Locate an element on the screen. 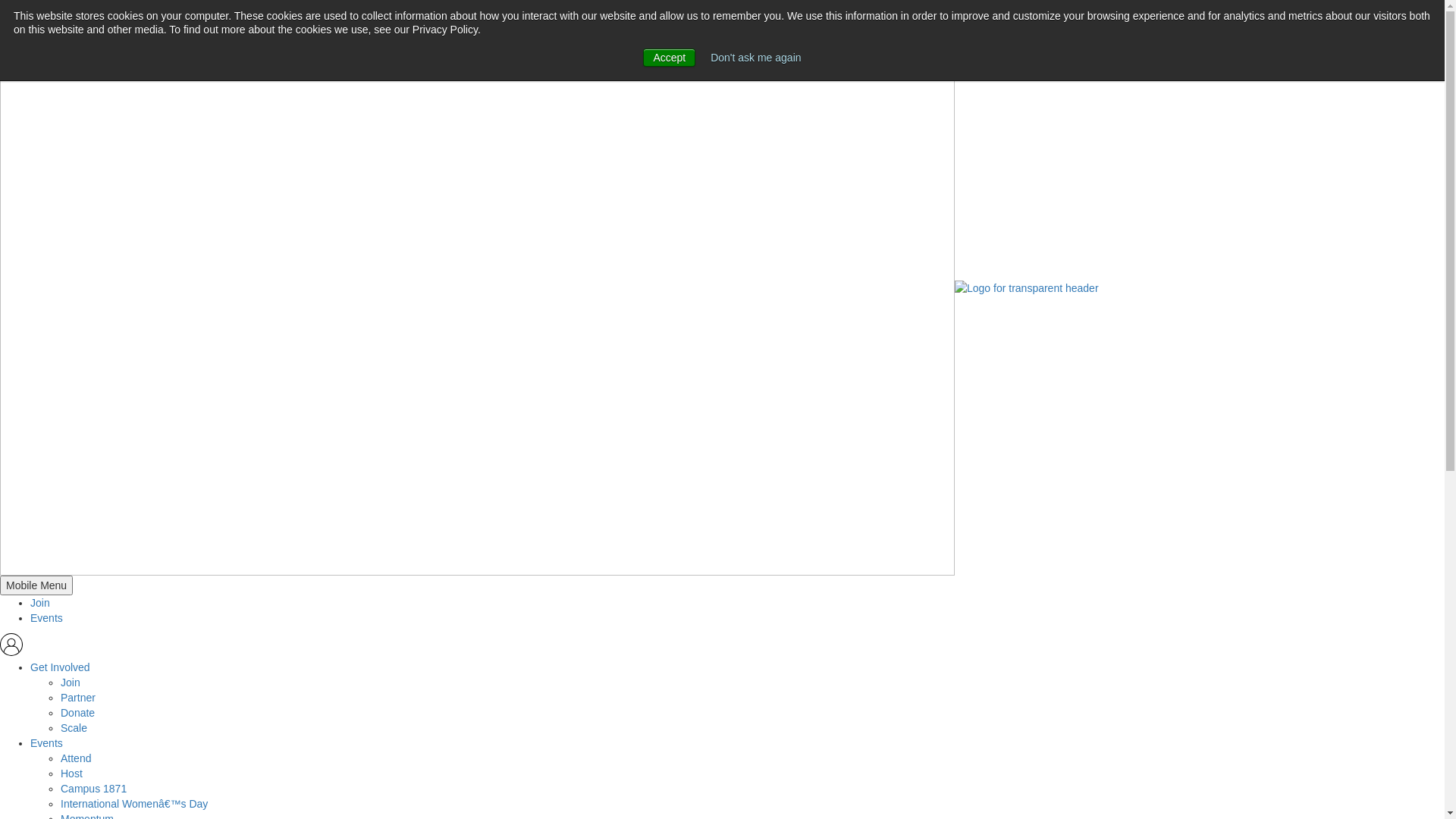 The width and height of the screenshot is (1456, 819). 'Join' is located at coordinates (39, 601).